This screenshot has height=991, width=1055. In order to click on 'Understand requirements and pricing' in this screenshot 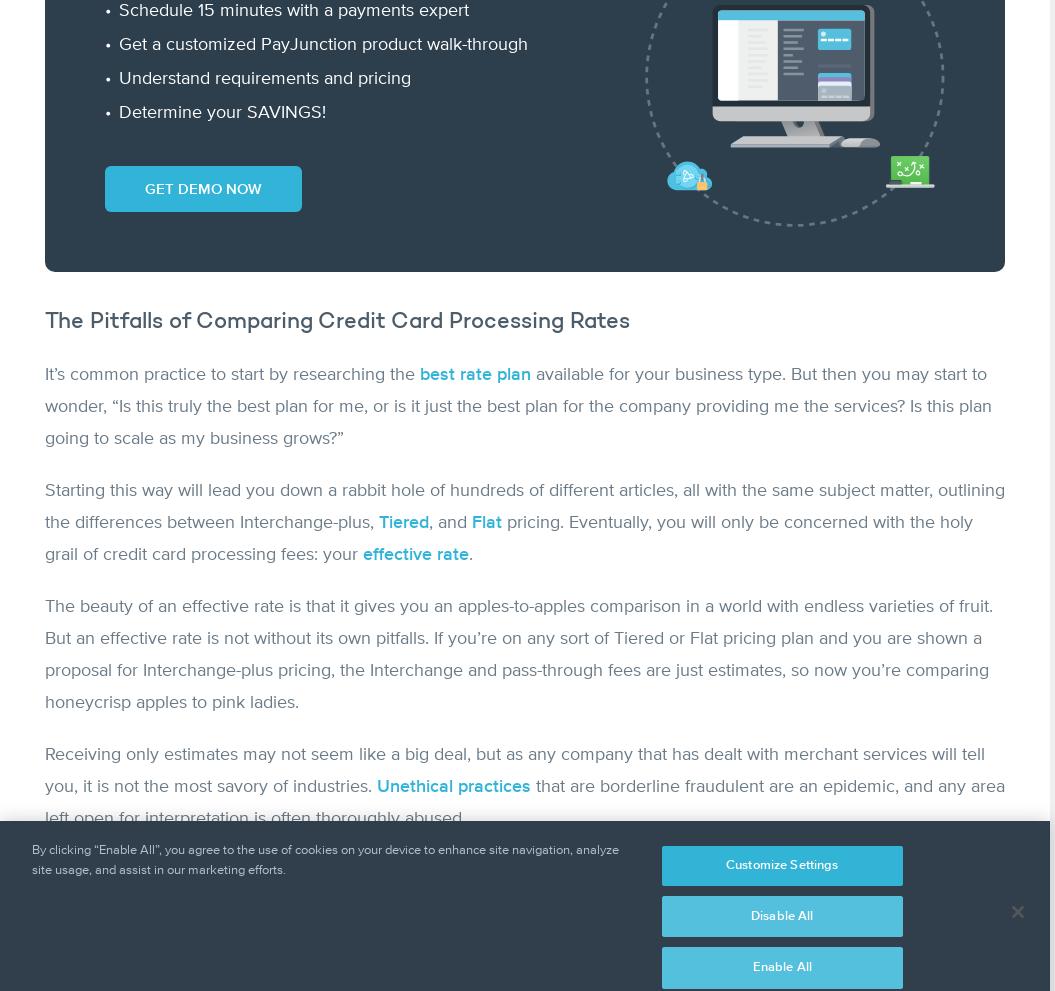, I will do `click(119, 77)`.